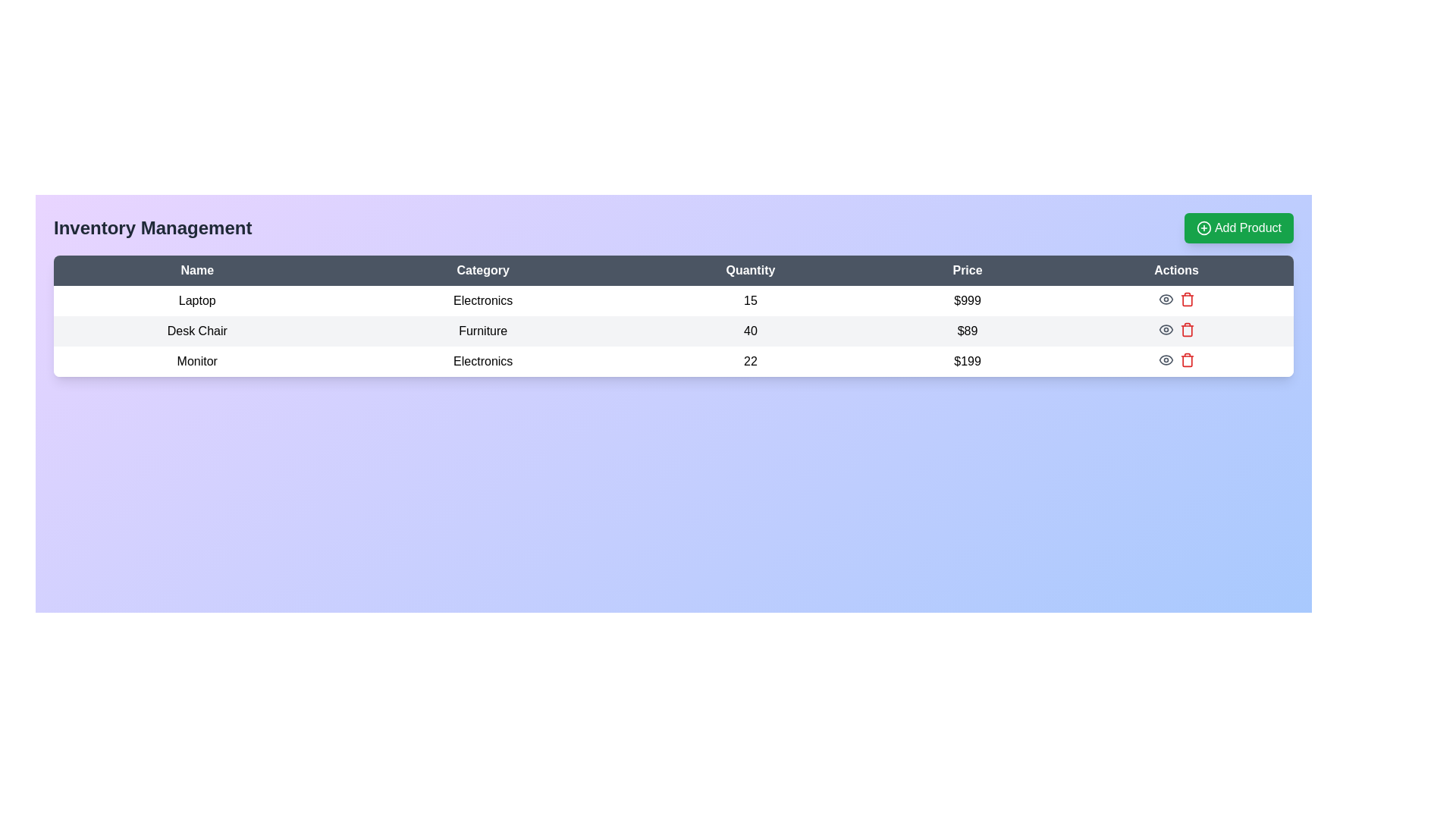 The height and width of the screenshot is (819, 1456). What do you see at coordinates (1186, 299) in the screenshot?
I see `the delete button located in the 'Actions' column of the first row of the table` at bounding box center [1186, 299].